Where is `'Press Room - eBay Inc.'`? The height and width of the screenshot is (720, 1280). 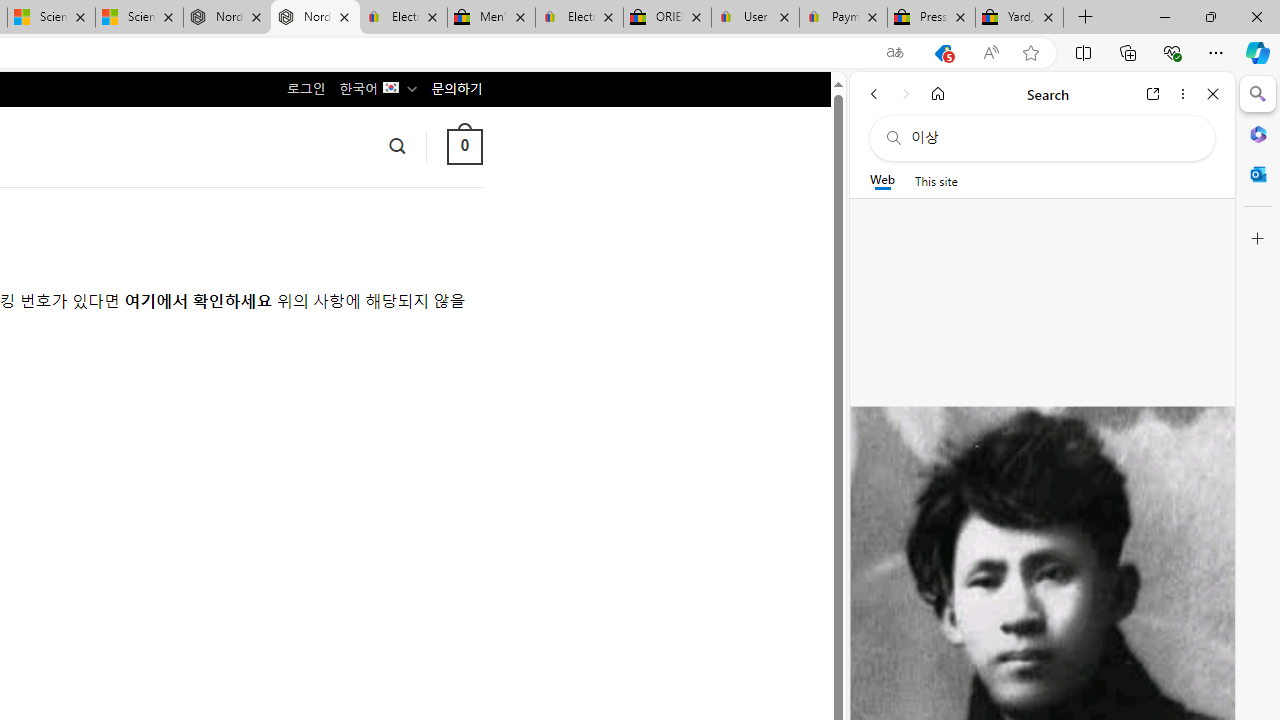
'Press Room - eBay Inc.' is located at coordinates (930, 17).